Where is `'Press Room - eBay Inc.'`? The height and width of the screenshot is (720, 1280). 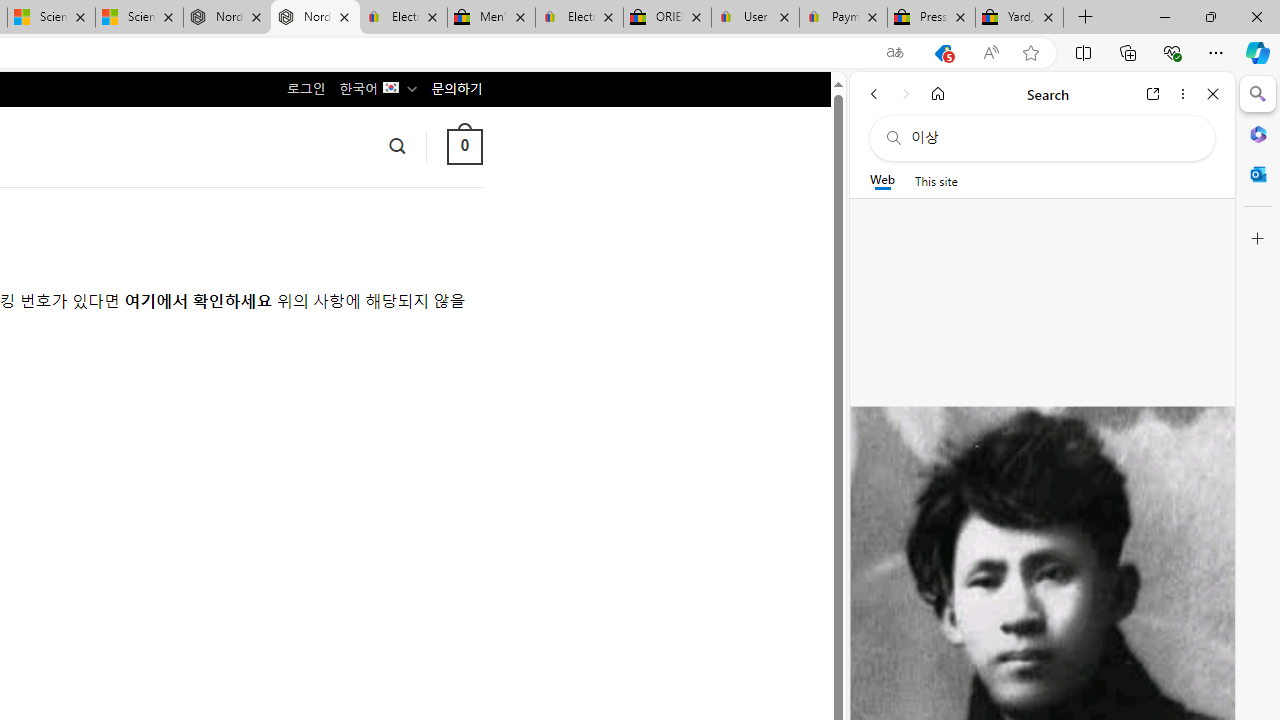
'Press Room - eBay Inc.' is located at coordinates (930, 17).